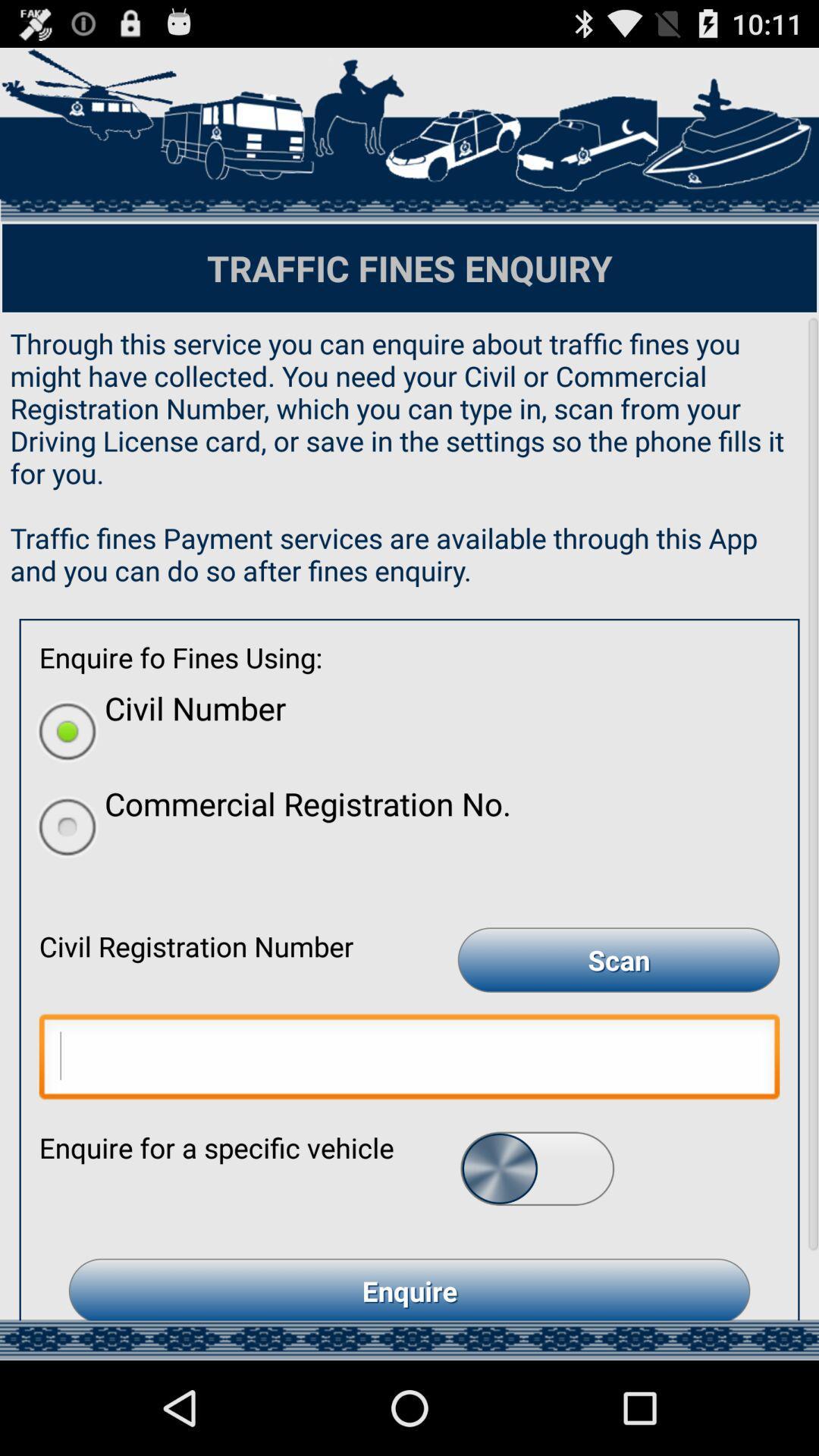 This screenshot has width=819, height=1456. Describe the element at coordinates (409, 1059) in the screenshot. I see `input field` at that location.